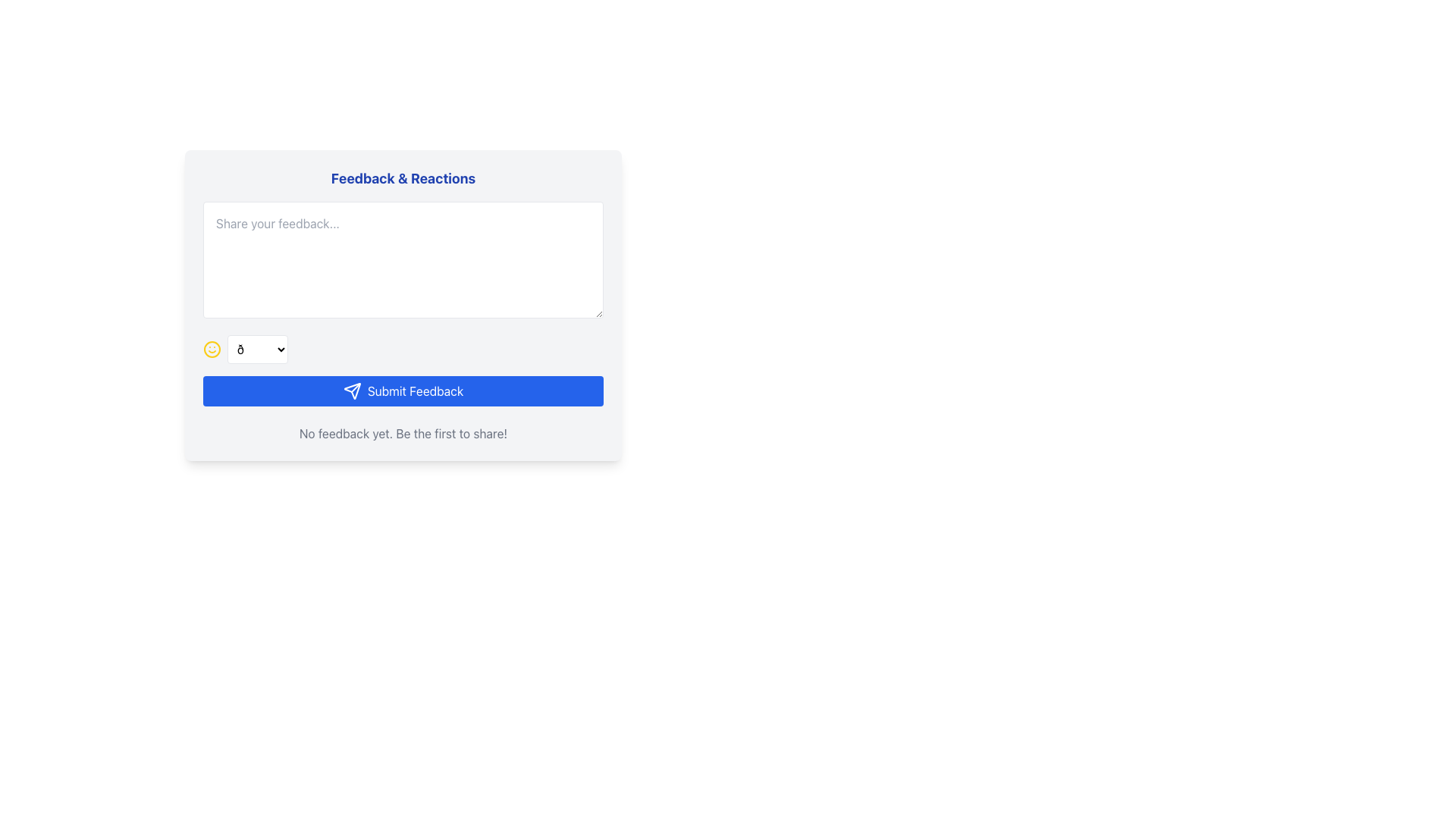 This screenshot has width=1456, height=819. What do you see at coordinates (211, 350) in the screenshot?
I see `the positivity icon located at the top-left corner of the feedback form, preceding the dropdown menu` at bounding box center [211, 350].